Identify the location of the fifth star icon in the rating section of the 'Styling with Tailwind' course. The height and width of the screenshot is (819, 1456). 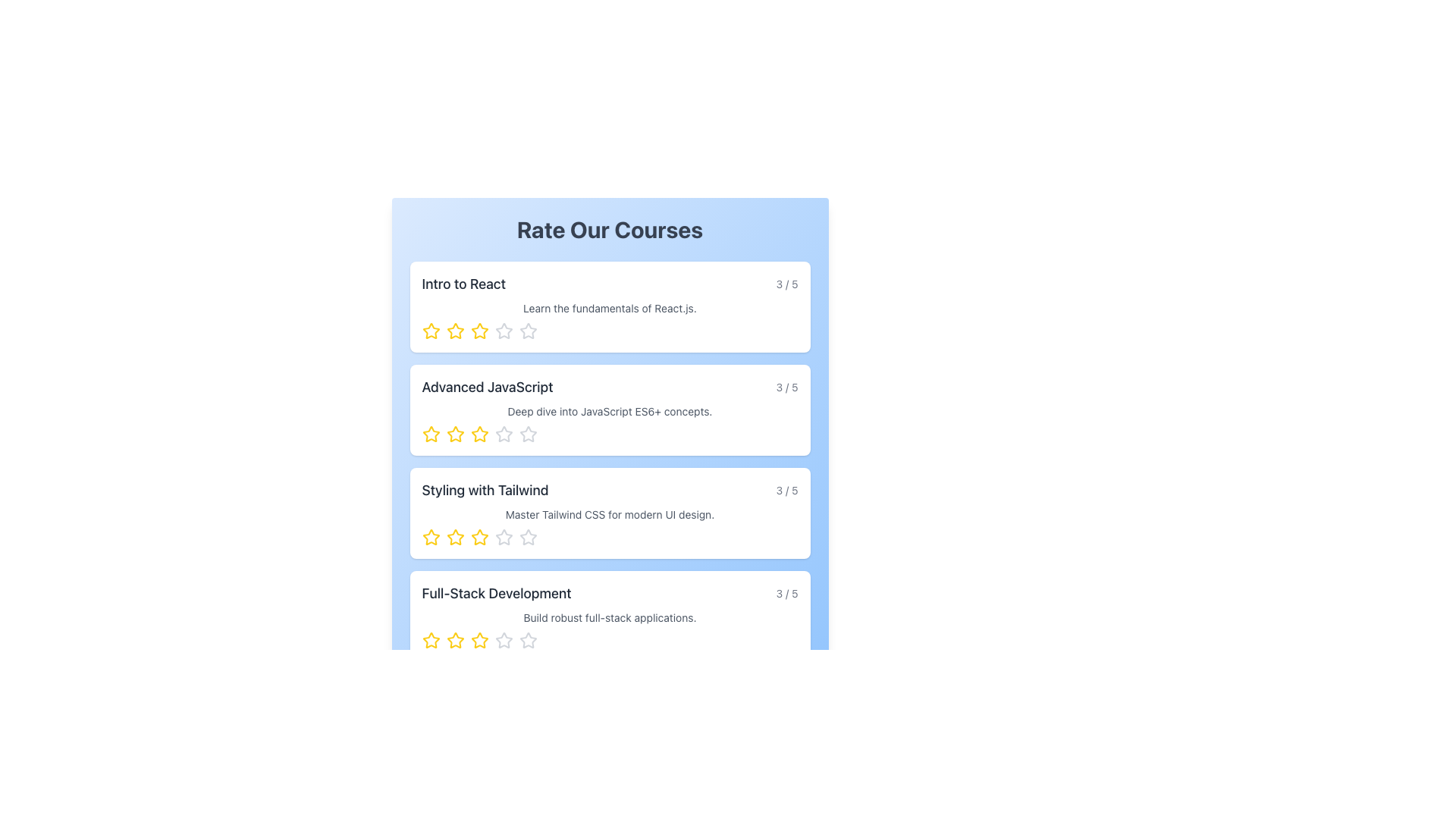
(479, 537).